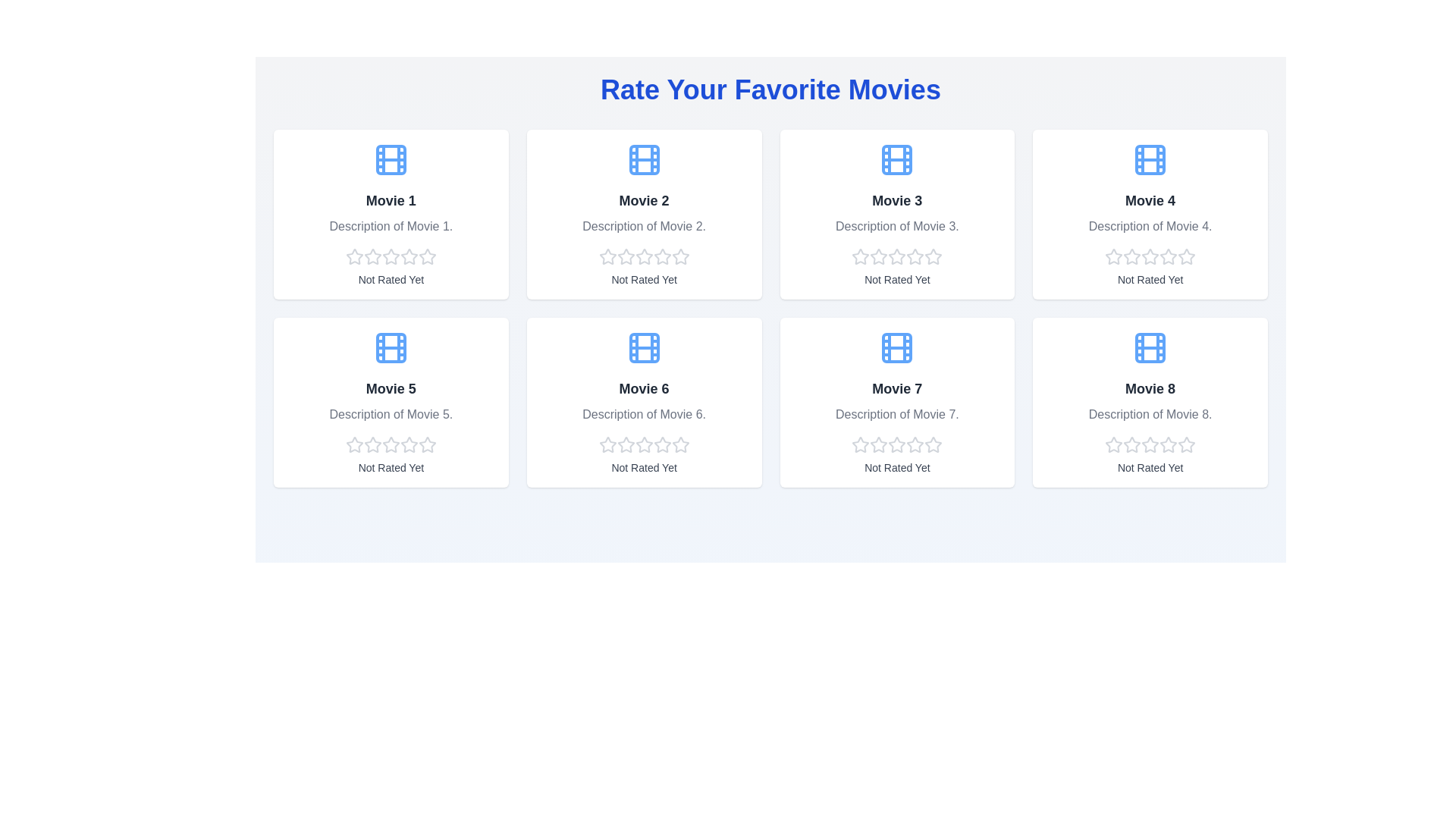  What do you see at coordinates (391, 214) in the screenshot?
I see `the description of Movie 1` at bounding box center [391, 214].